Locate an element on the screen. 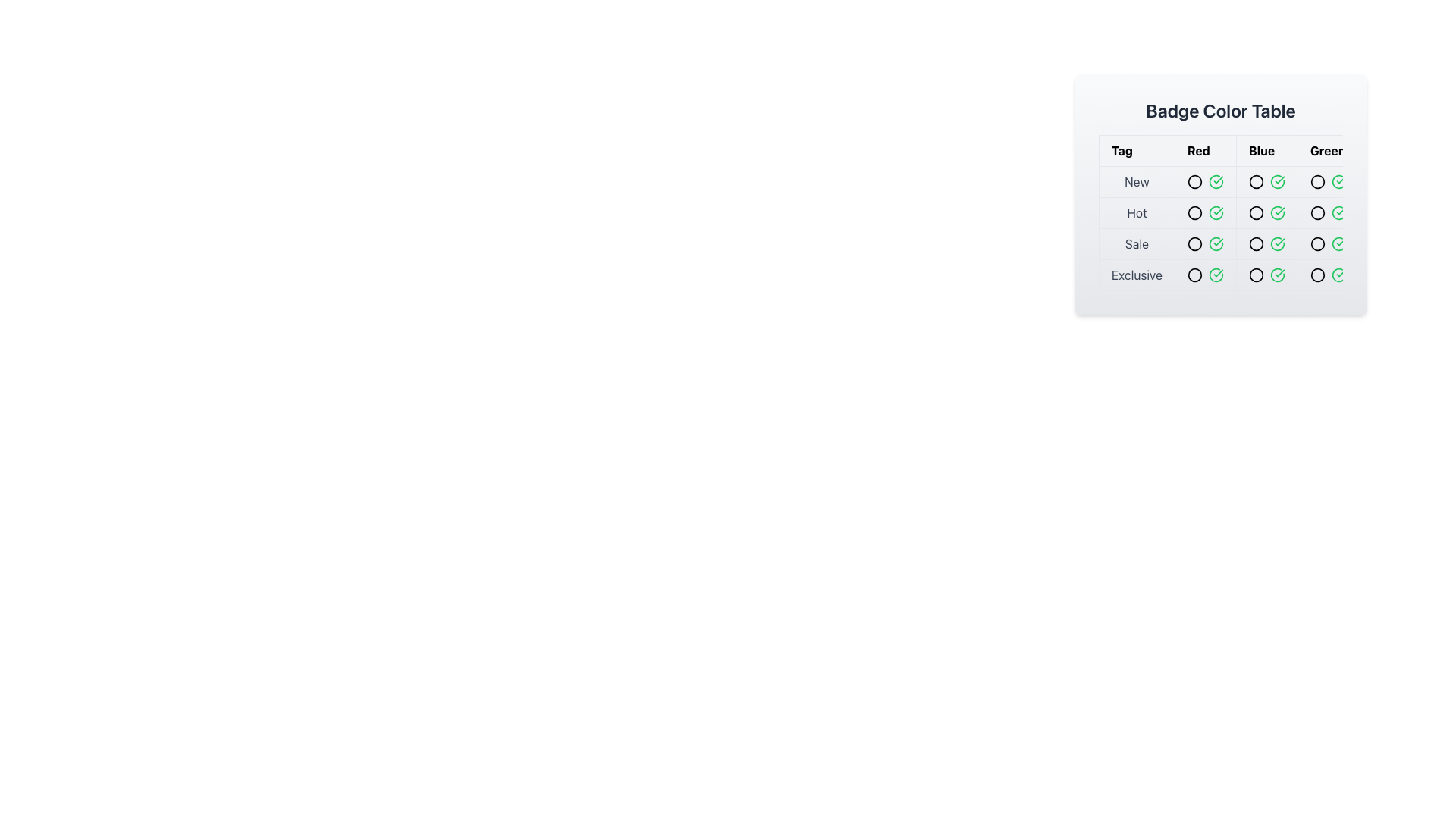 The height and width of the screenshot is (819, 1456). the green circular check icon segment located in the 'Sale' row and 'Green' column of the 'Badge Color Table' section is located at coordinates (1216, 243).